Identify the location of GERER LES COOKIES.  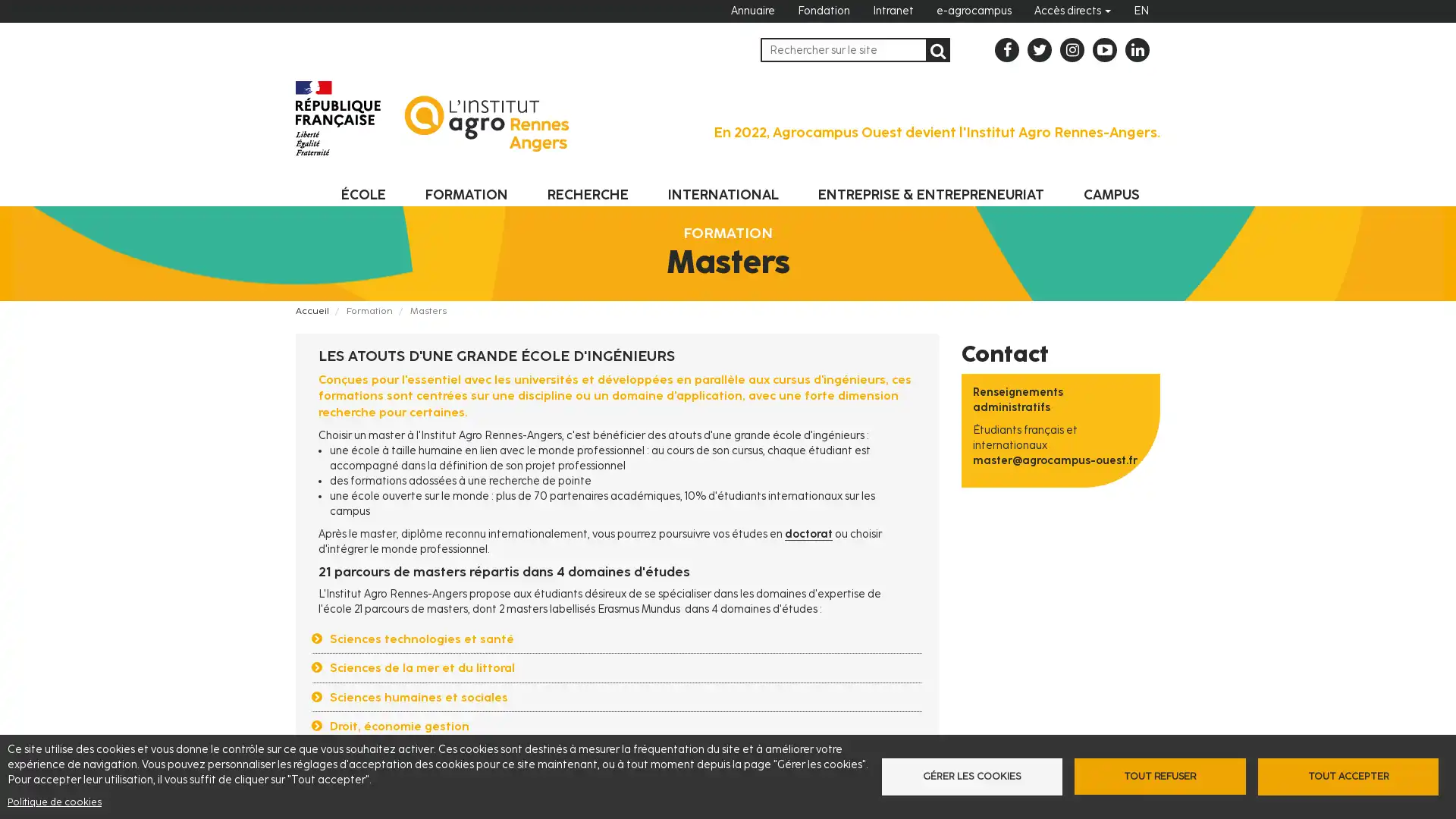
(975, 776).